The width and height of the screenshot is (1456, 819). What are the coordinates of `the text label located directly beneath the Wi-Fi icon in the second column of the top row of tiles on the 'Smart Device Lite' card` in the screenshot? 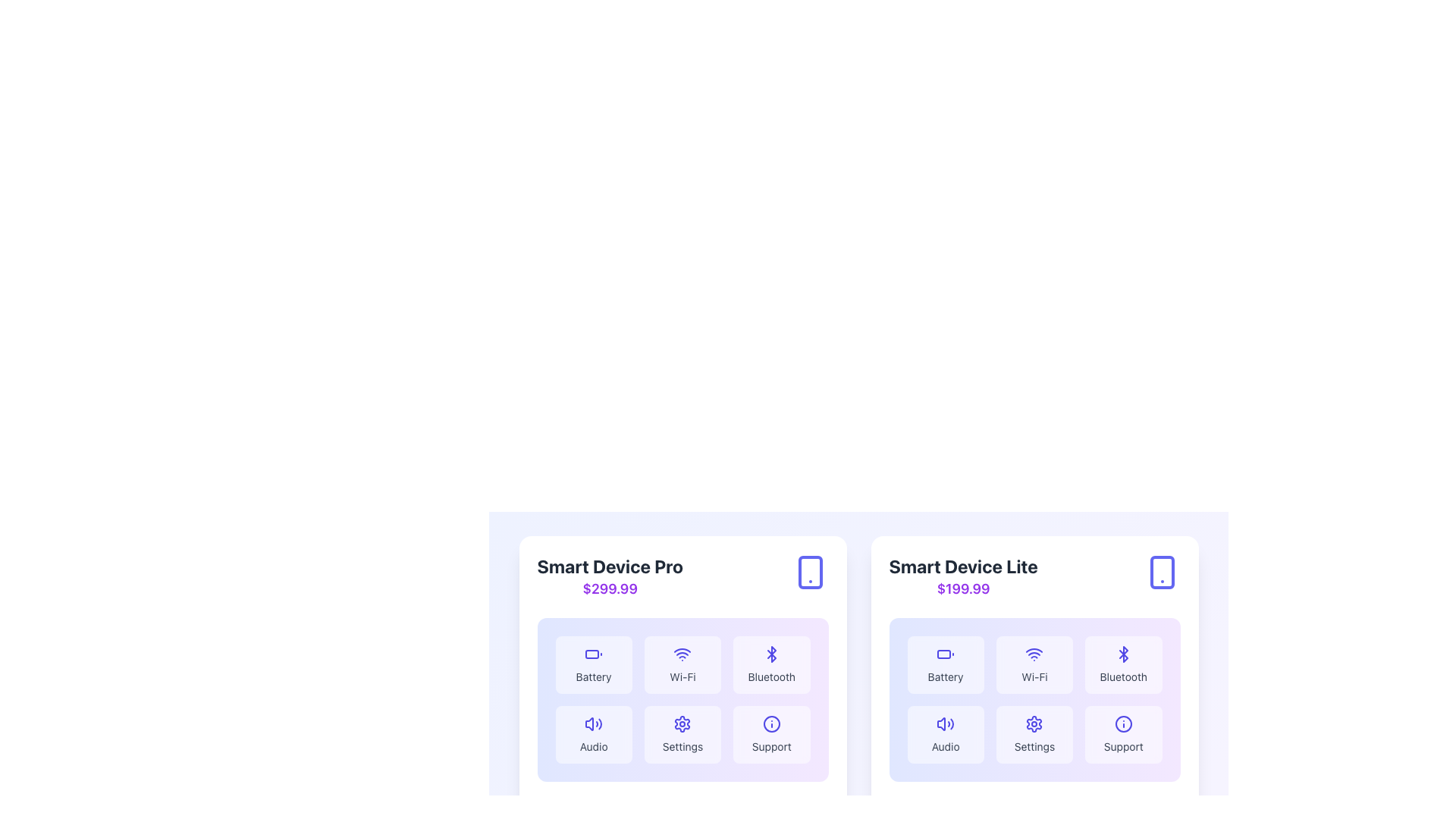 It's located at (1034, 676).